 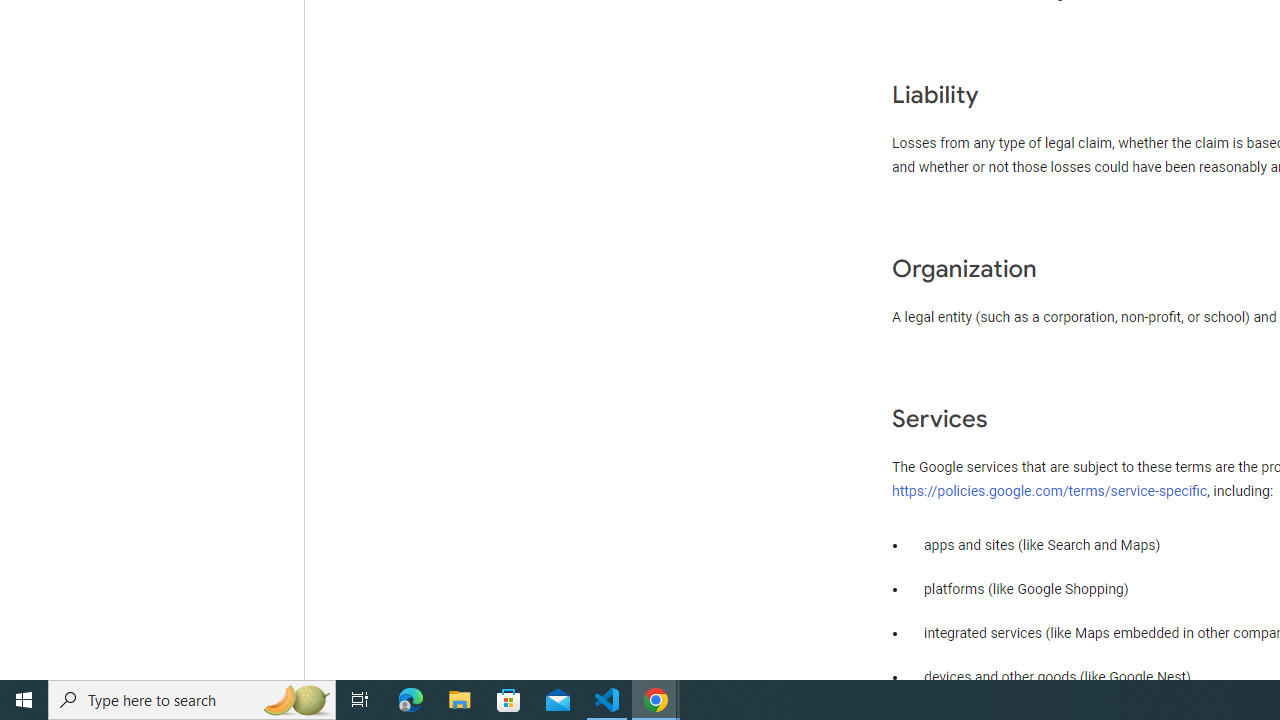 What do you see at coordinates (1049, 490) in the screenshot?
I see `'https://policies.google.com/terms/service-specific'` at bounding box center [1049, 490].